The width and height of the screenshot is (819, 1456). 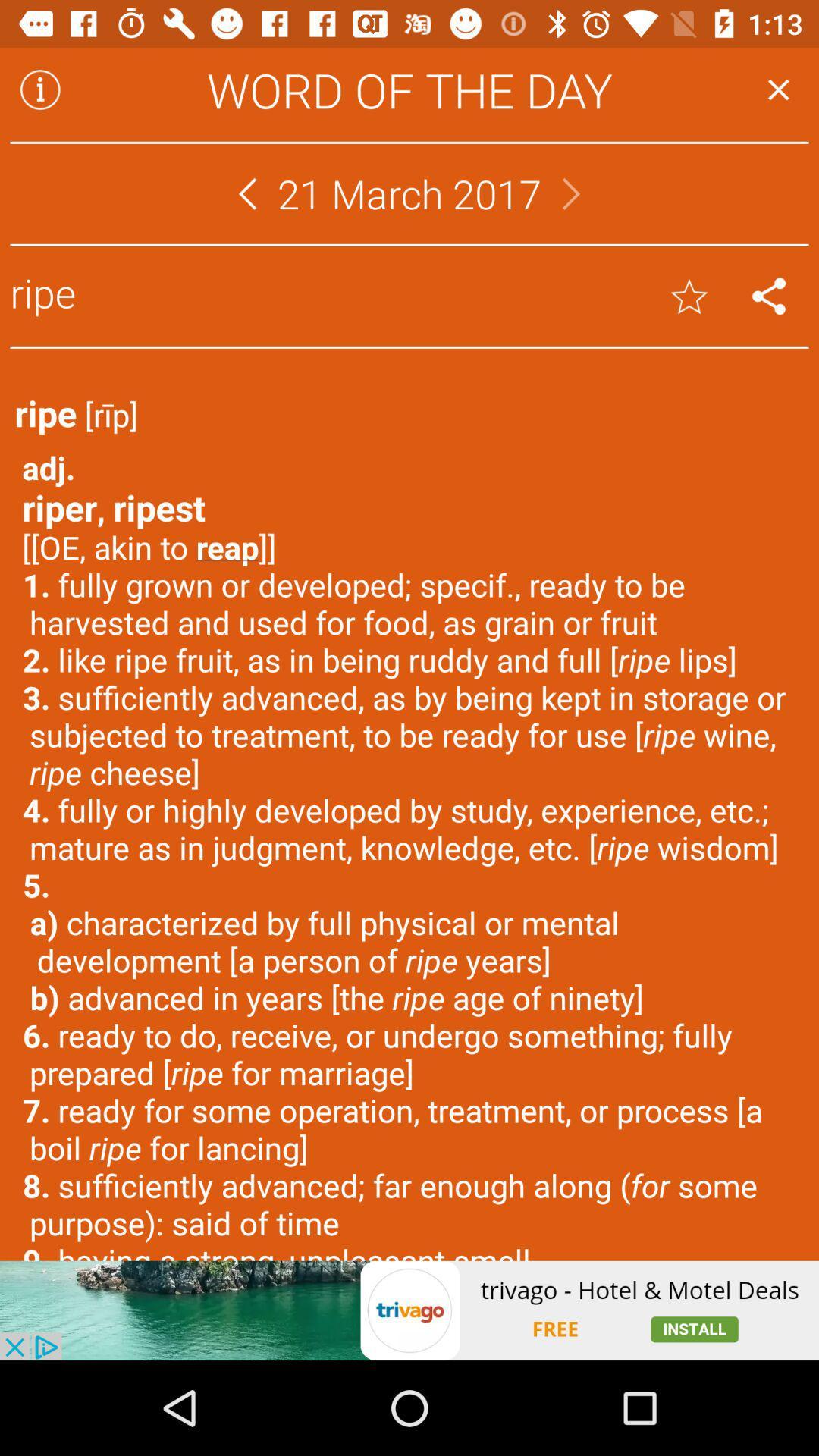 What do you see at coordinates (409, 1310) in the screenshot?
I see `advertisement` at bounding box center [409, 1310].